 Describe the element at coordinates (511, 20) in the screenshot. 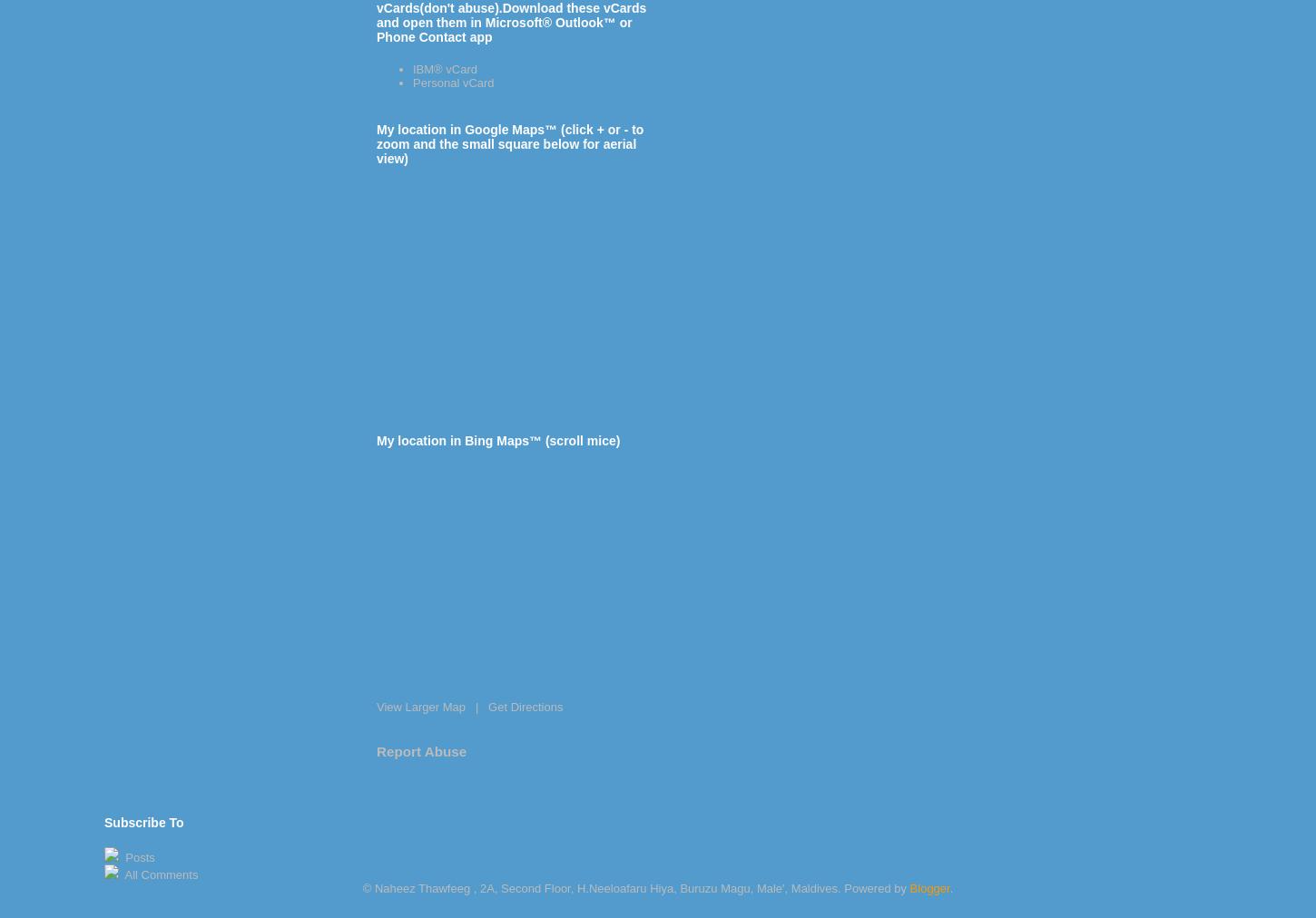

I see `'vCards(don't abuse).Download these vCards and open them in Microsoft® Outlook™ or Phone Contact app'` at that location.